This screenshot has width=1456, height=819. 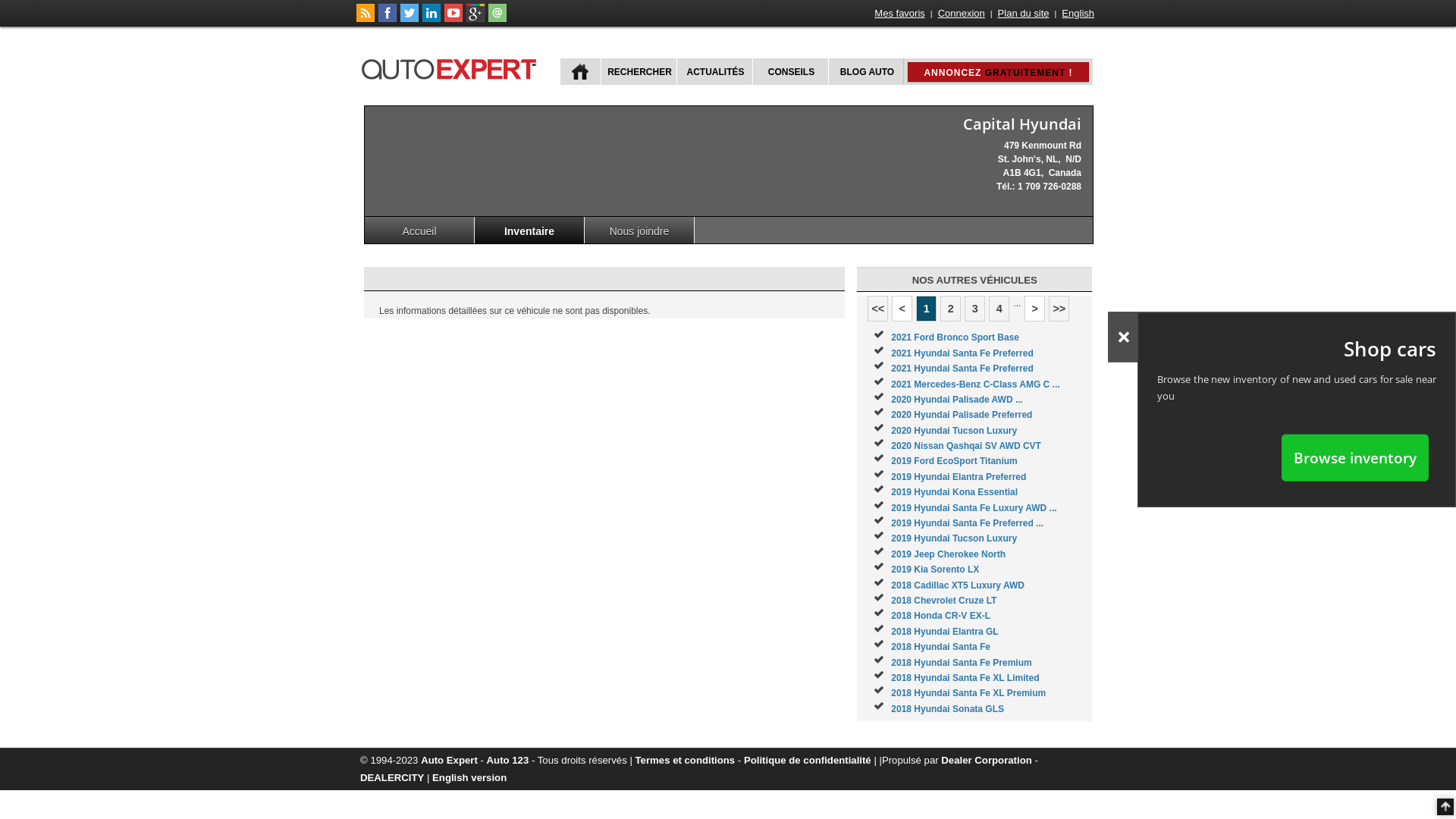 What do you see at coordinates (475, 18) in the screenshot?
I see `'Suivez autoExpert.ca sur Google Plus'` at bounding box center [475, 18].